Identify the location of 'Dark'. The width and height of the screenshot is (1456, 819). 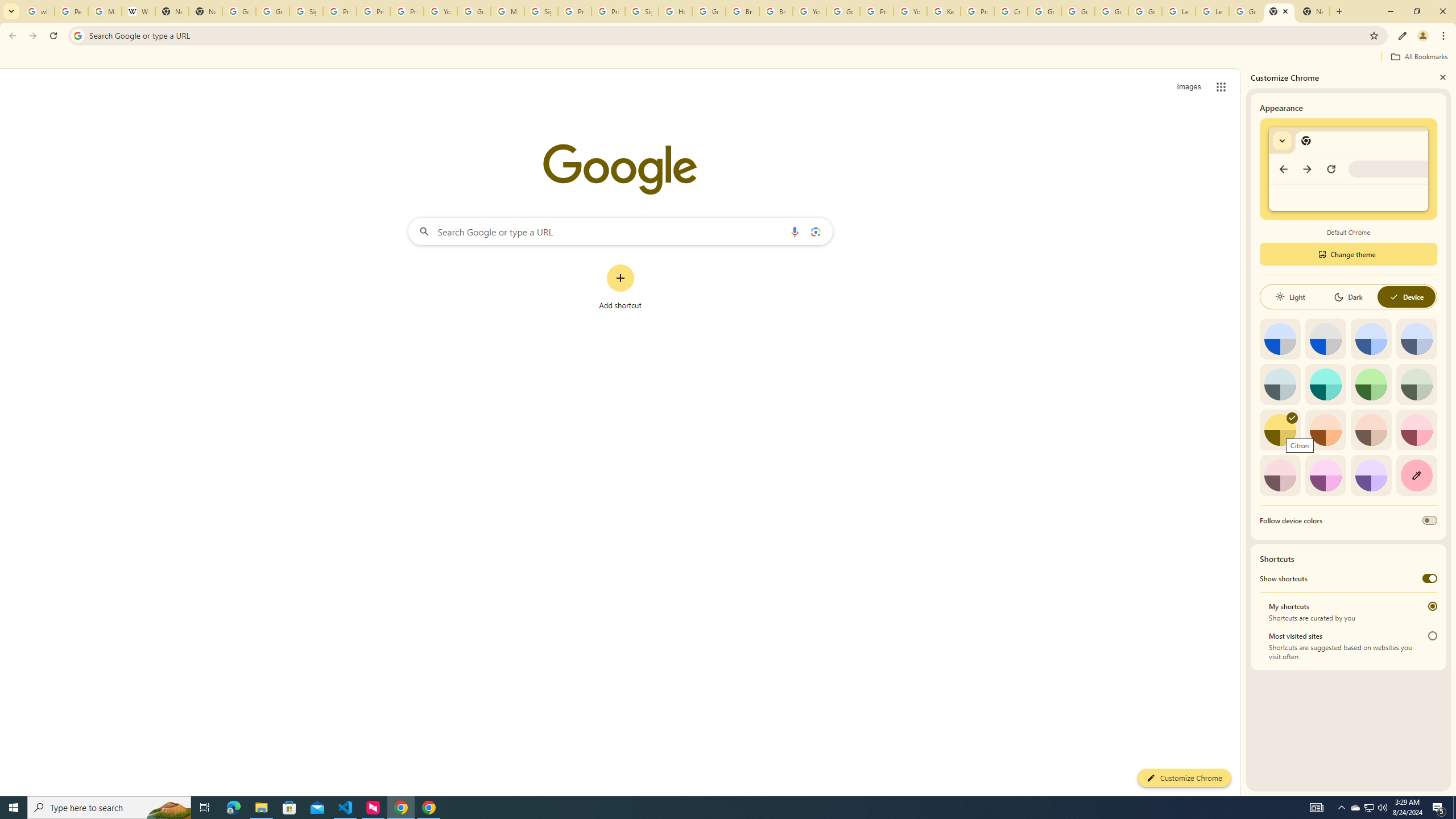
(1347, 296).